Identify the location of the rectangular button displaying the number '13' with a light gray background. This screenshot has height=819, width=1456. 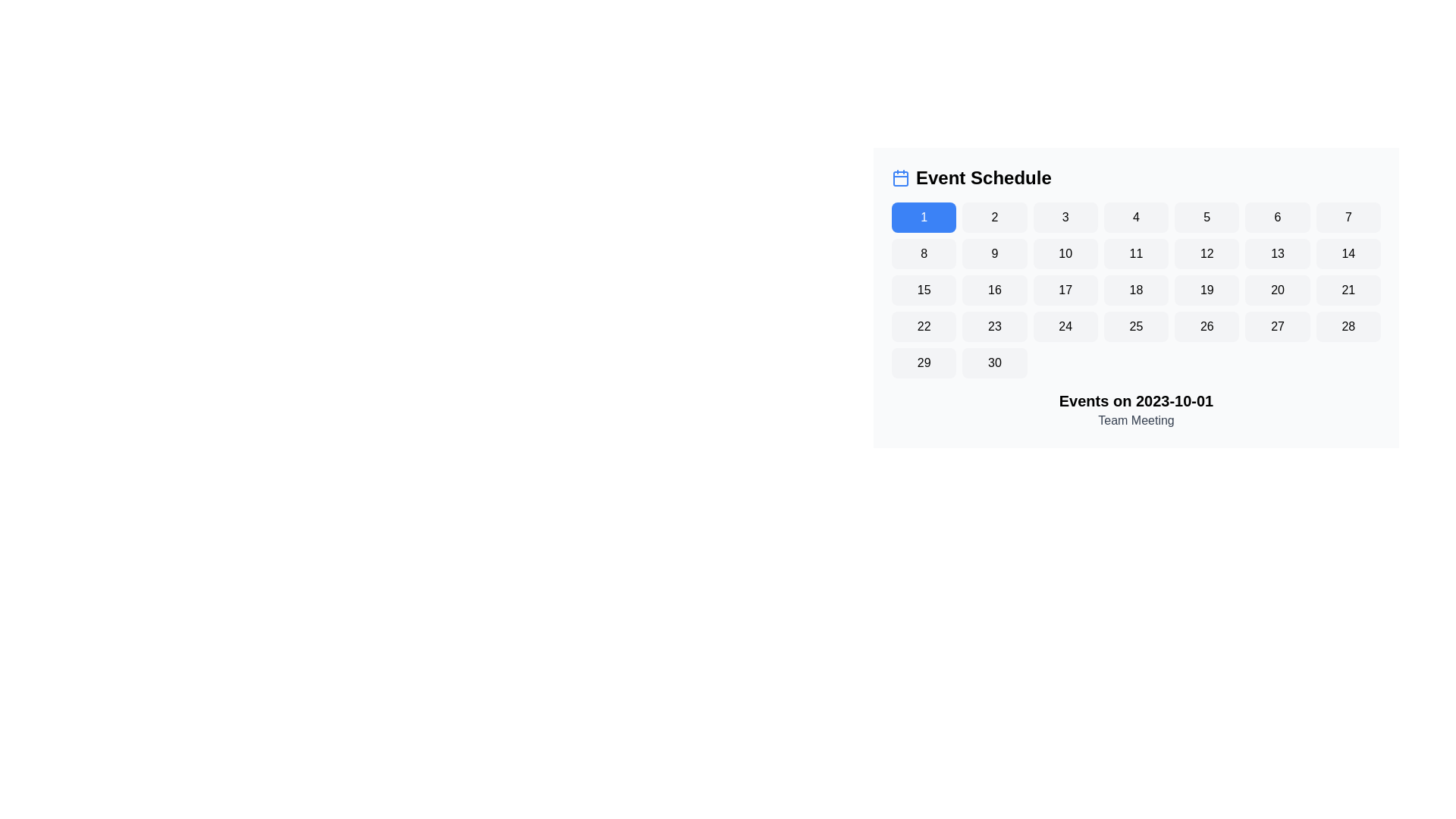
(1276, 253).